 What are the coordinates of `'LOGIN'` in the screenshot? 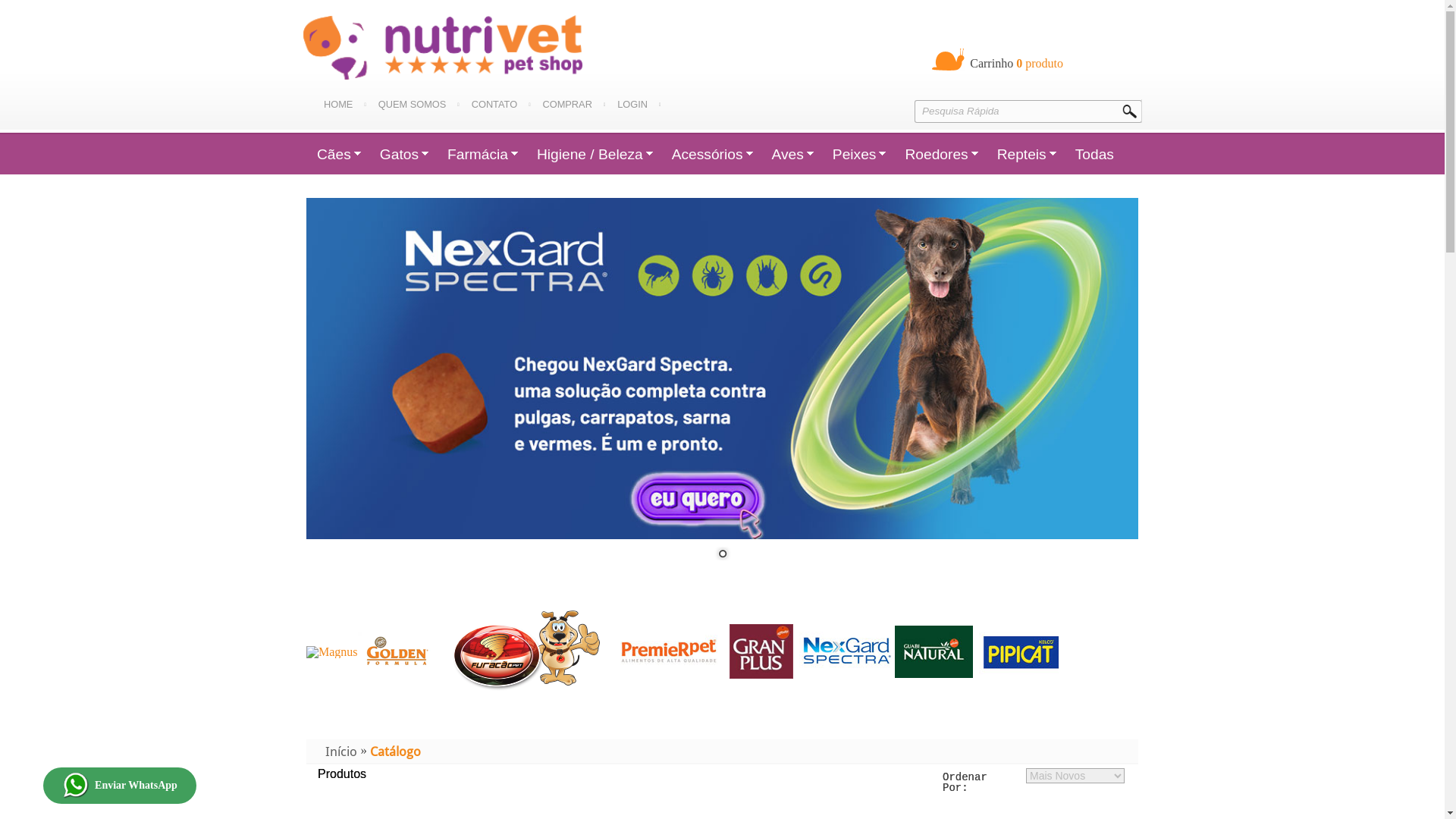 It's located at (639, 103).